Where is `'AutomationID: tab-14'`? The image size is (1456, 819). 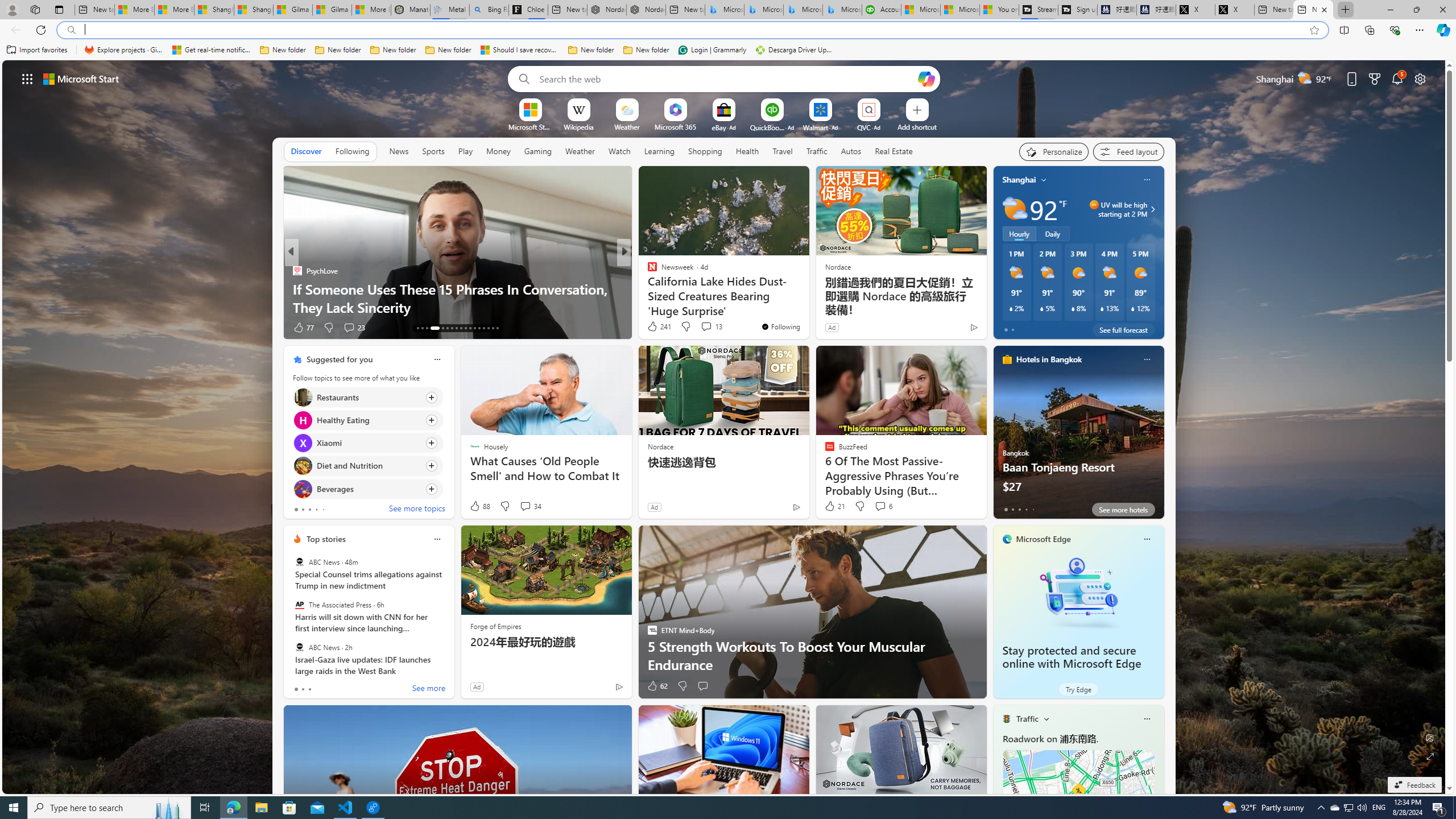
'AutomationID: tab-14' is located at coordinates (421, 328).